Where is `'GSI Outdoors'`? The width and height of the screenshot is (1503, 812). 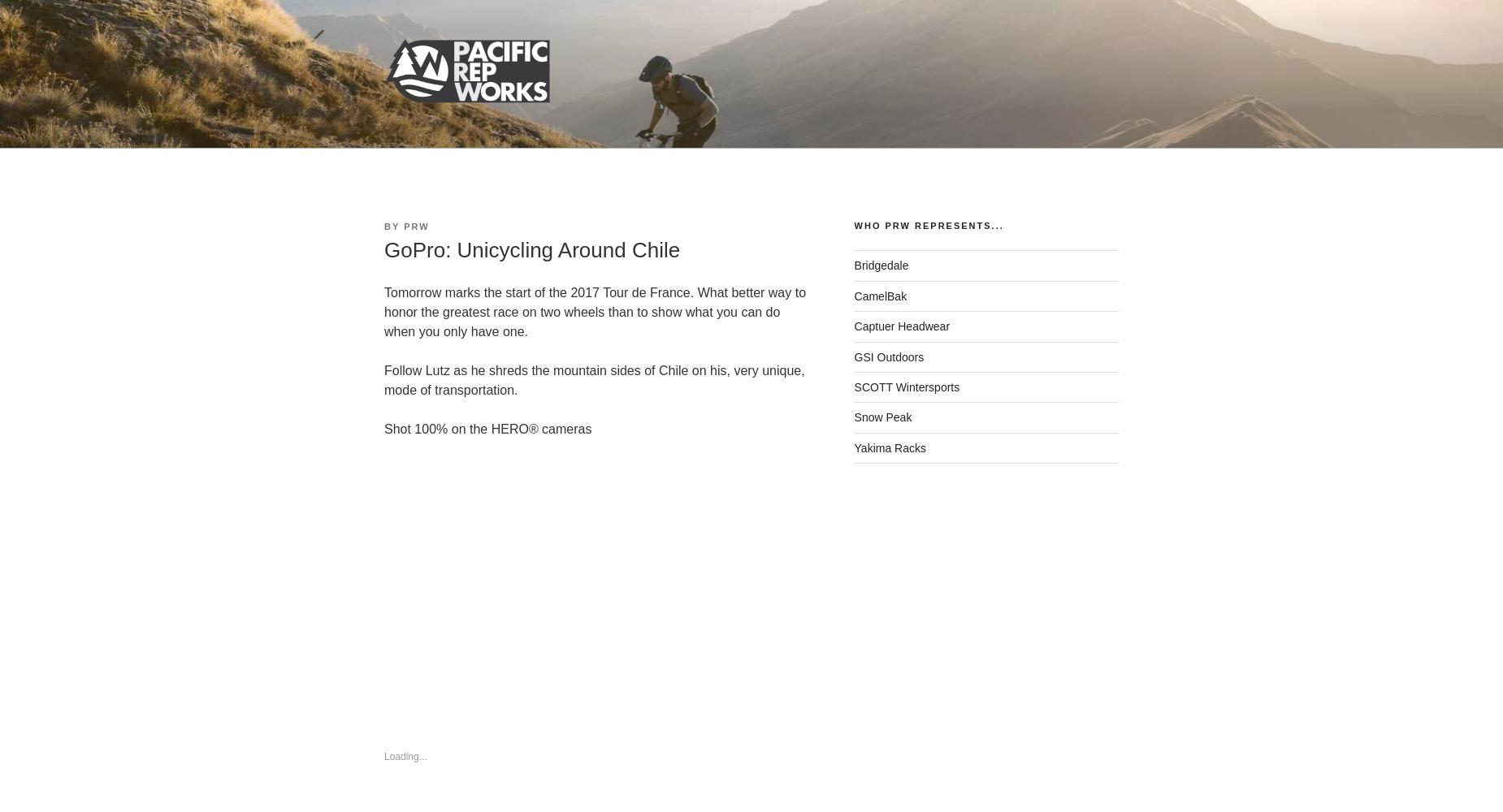 'GSI Outdoors' is located at coordinates (852, 356).